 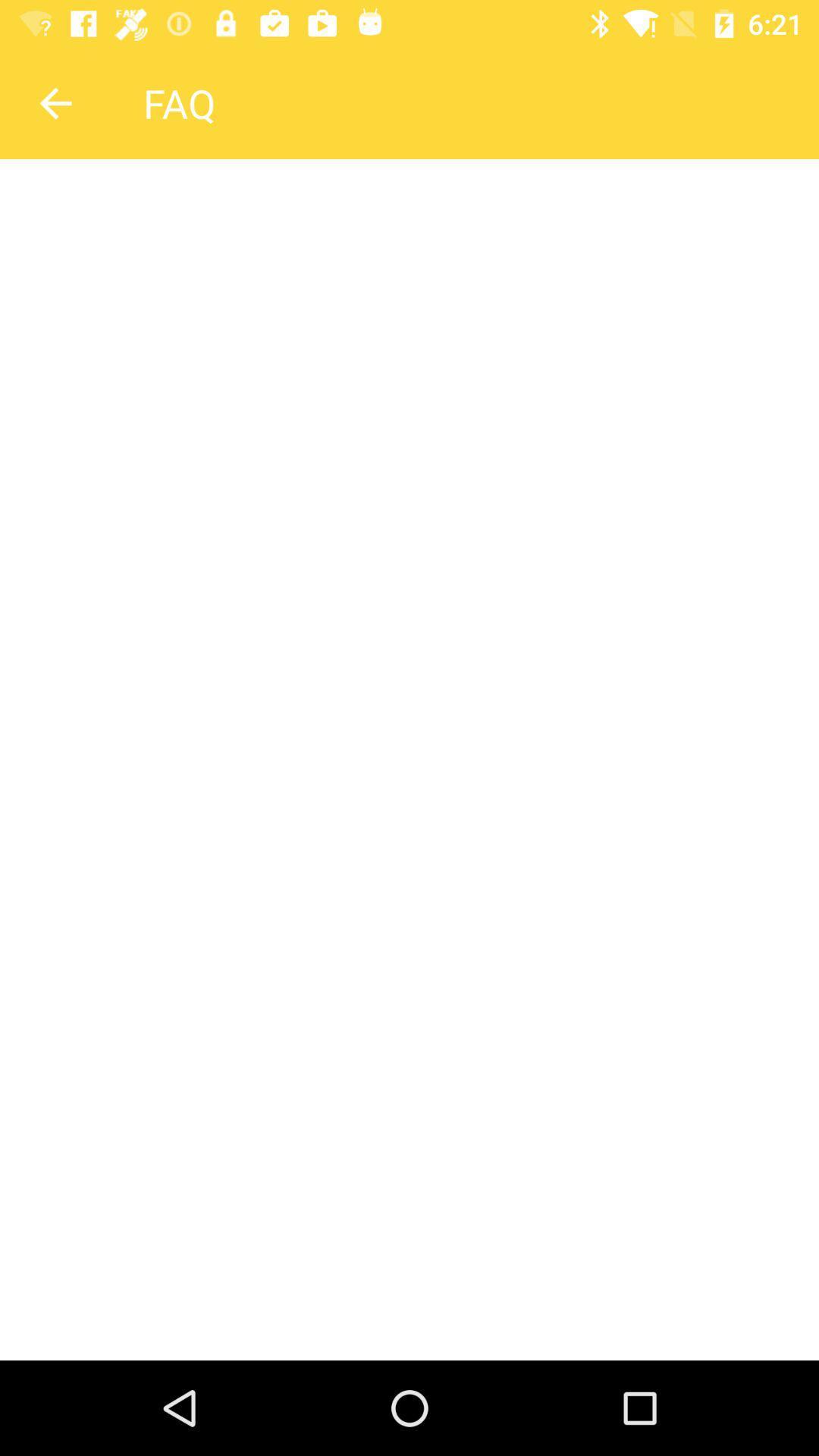 I want to click on back arrow, so click(x=55, y=102).